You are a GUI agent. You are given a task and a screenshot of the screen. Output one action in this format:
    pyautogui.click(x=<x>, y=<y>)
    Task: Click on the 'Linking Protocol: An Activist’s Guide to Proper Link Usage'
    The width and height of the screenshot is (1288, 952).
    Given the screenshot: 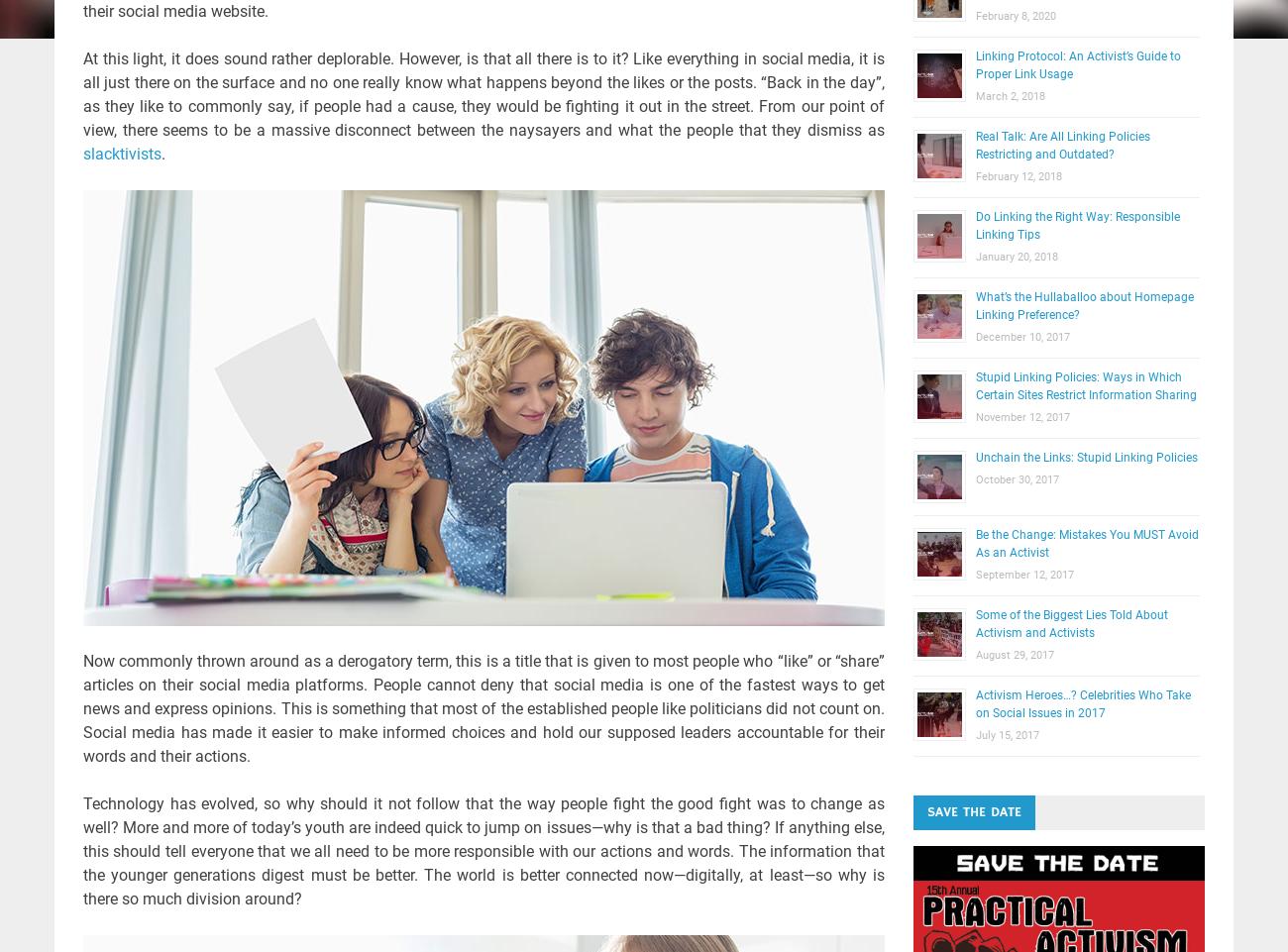 What is the action you would take?
    pyautogui.click(x=1076, y=65)
    